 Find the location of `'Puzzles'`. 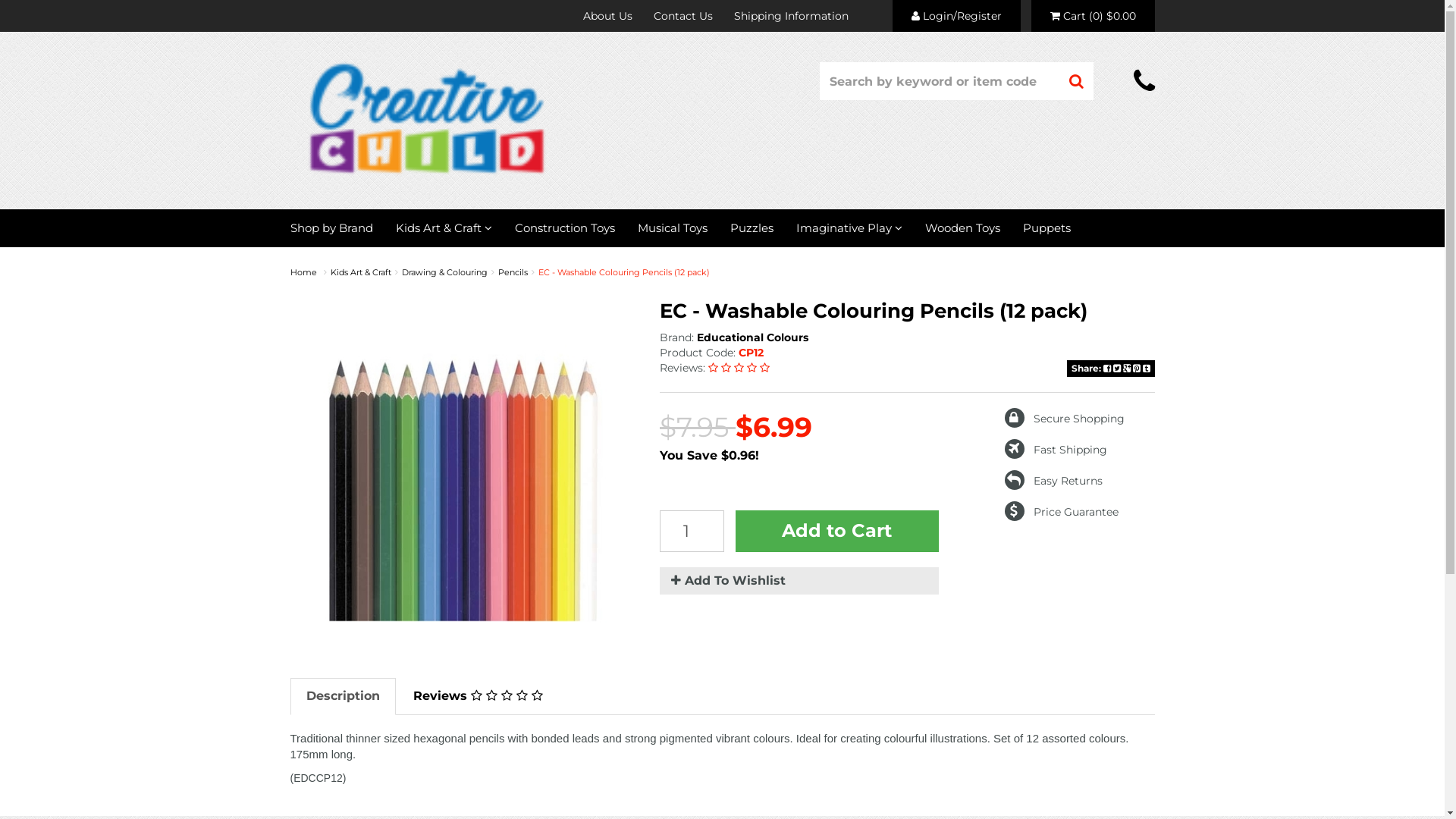

'Puzzles' is located at coordinates (752, 227).